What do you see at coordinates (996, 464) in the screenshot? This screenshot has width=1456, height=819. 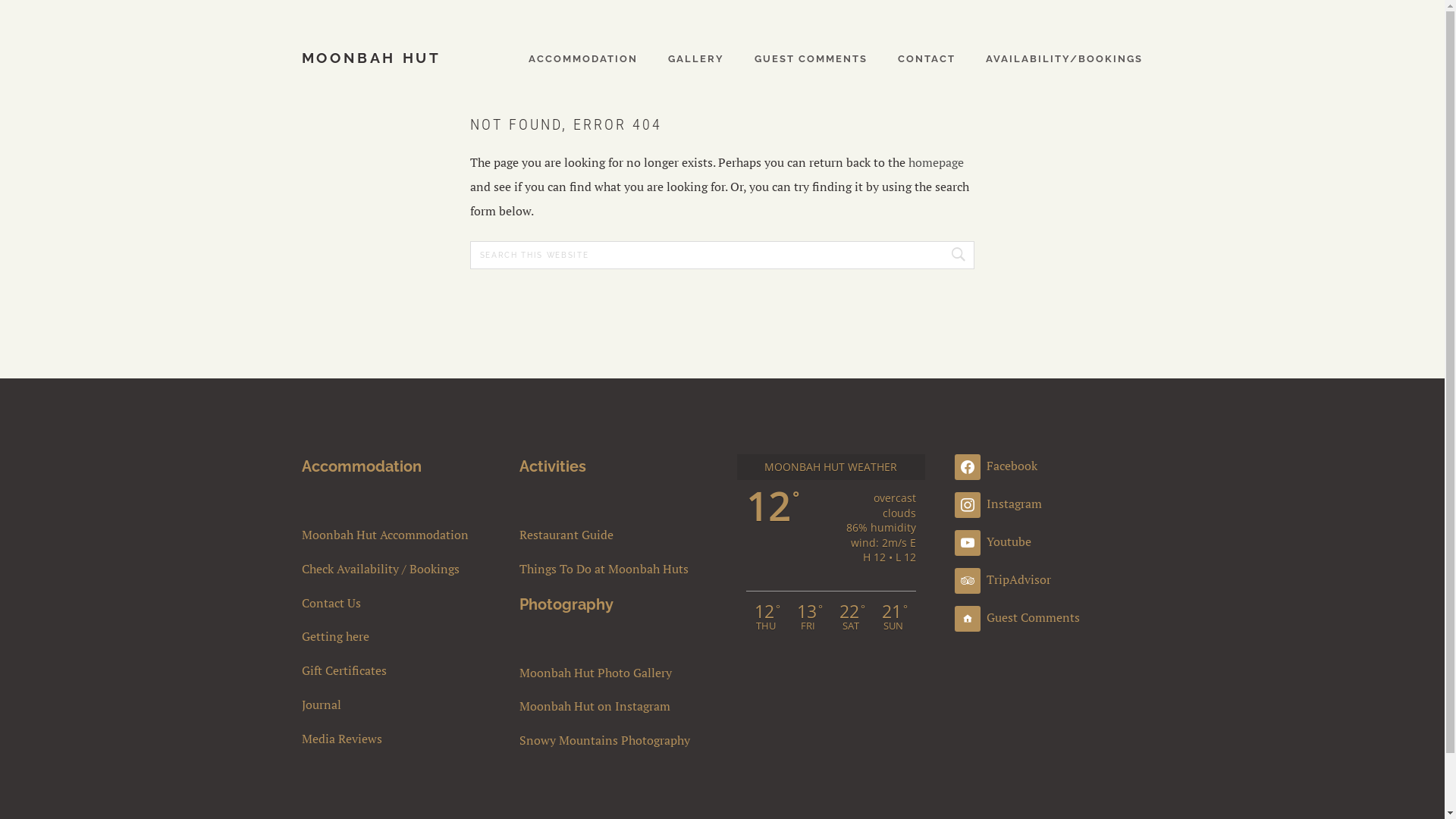 I see `'Facebook'` at bounding box center [996, 464].